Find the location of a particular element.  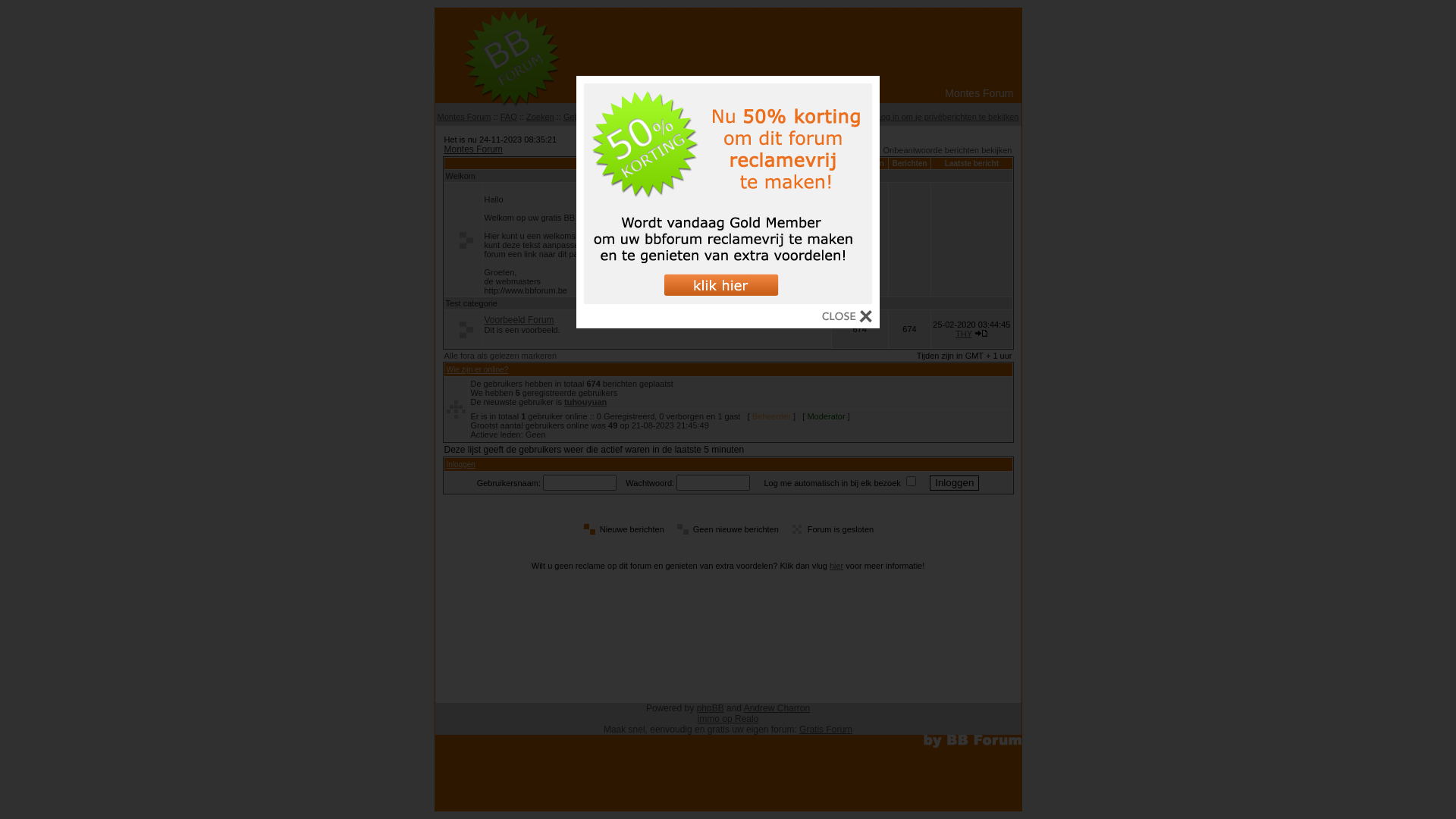

'Wie zijn er online?' is located at coordinates (475, 369).